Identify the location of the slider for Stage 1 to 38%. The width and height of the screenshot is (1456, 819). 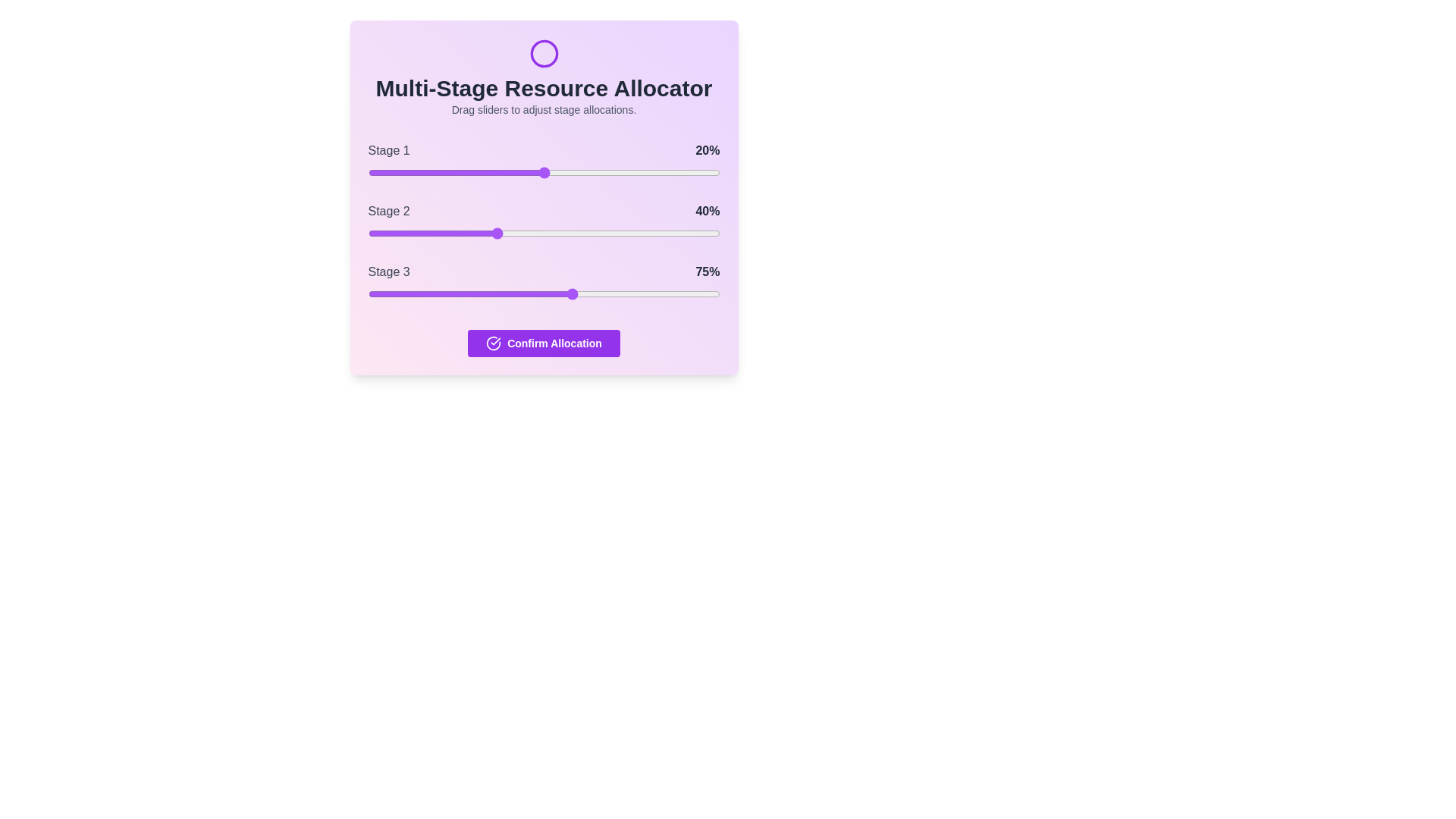
(501, 171).